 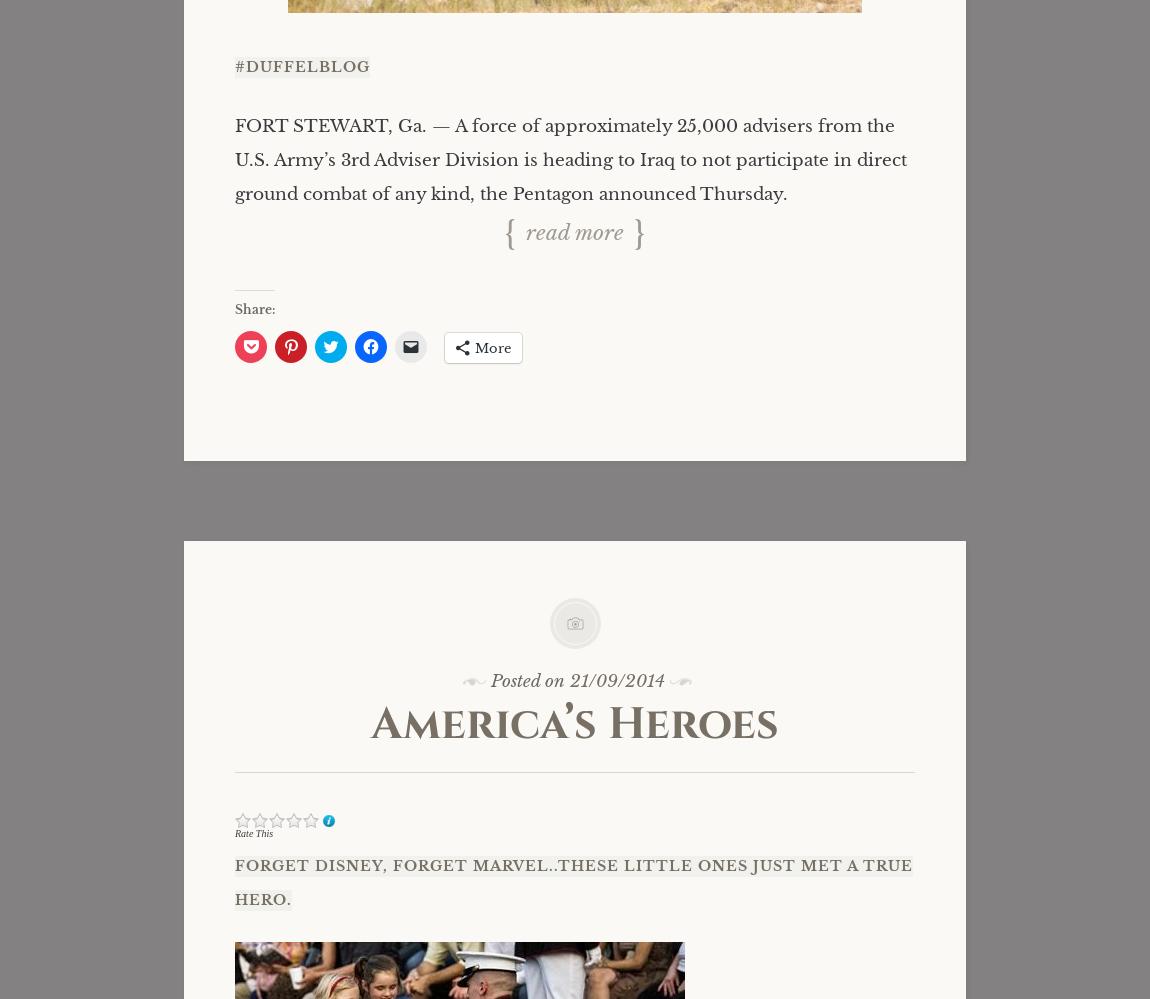 I want to click on 'America’s Heroes', so click(x=370, y=723).